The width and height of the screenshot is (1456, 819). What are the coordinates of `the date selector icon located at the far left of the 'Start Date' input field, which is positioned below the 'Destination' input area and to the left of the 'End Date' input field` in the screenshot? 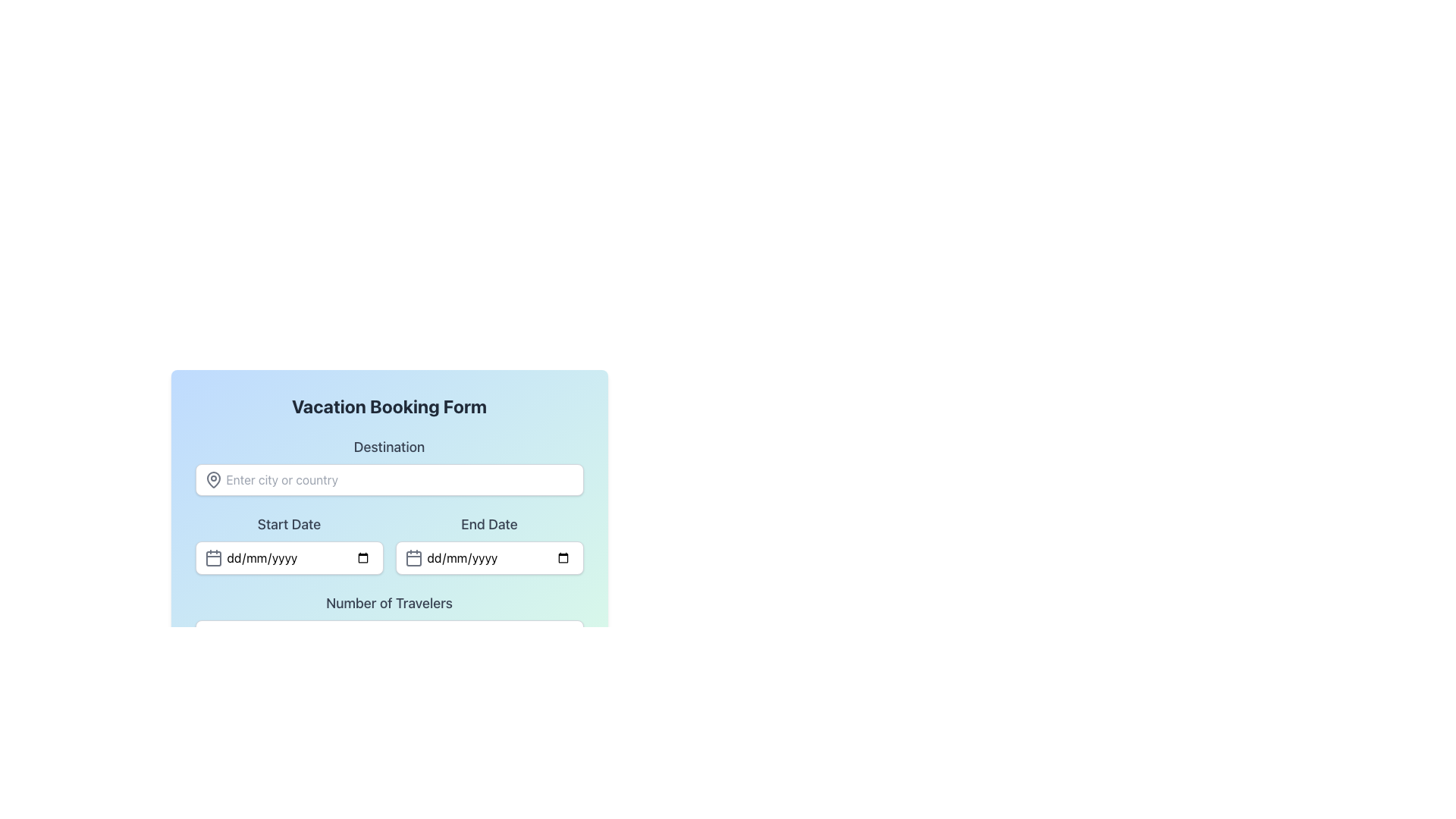 It's located at (212, 558).